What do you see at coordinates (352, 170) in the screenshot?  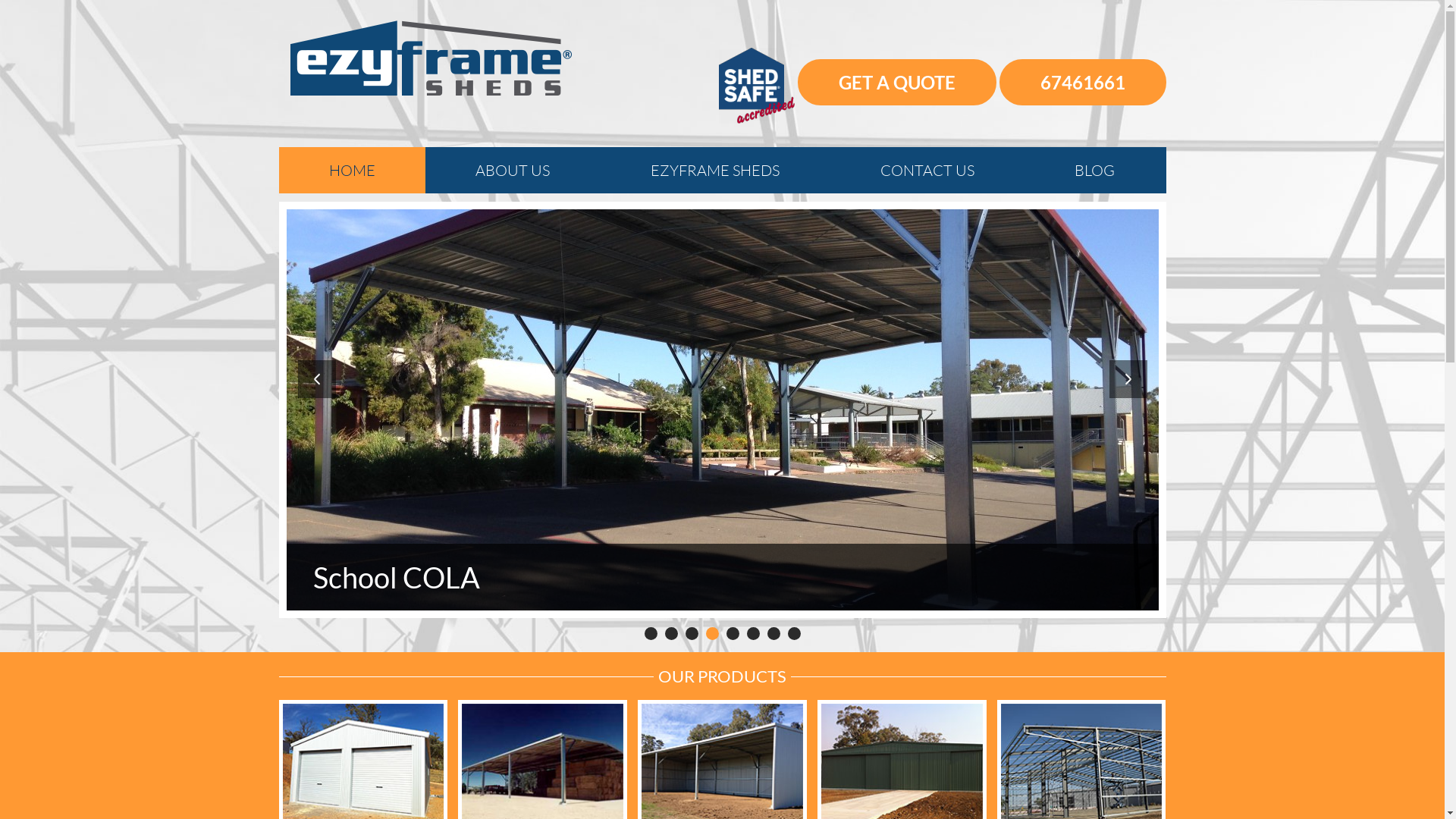 I see `'HOME'` at bounding box center [352, 170].